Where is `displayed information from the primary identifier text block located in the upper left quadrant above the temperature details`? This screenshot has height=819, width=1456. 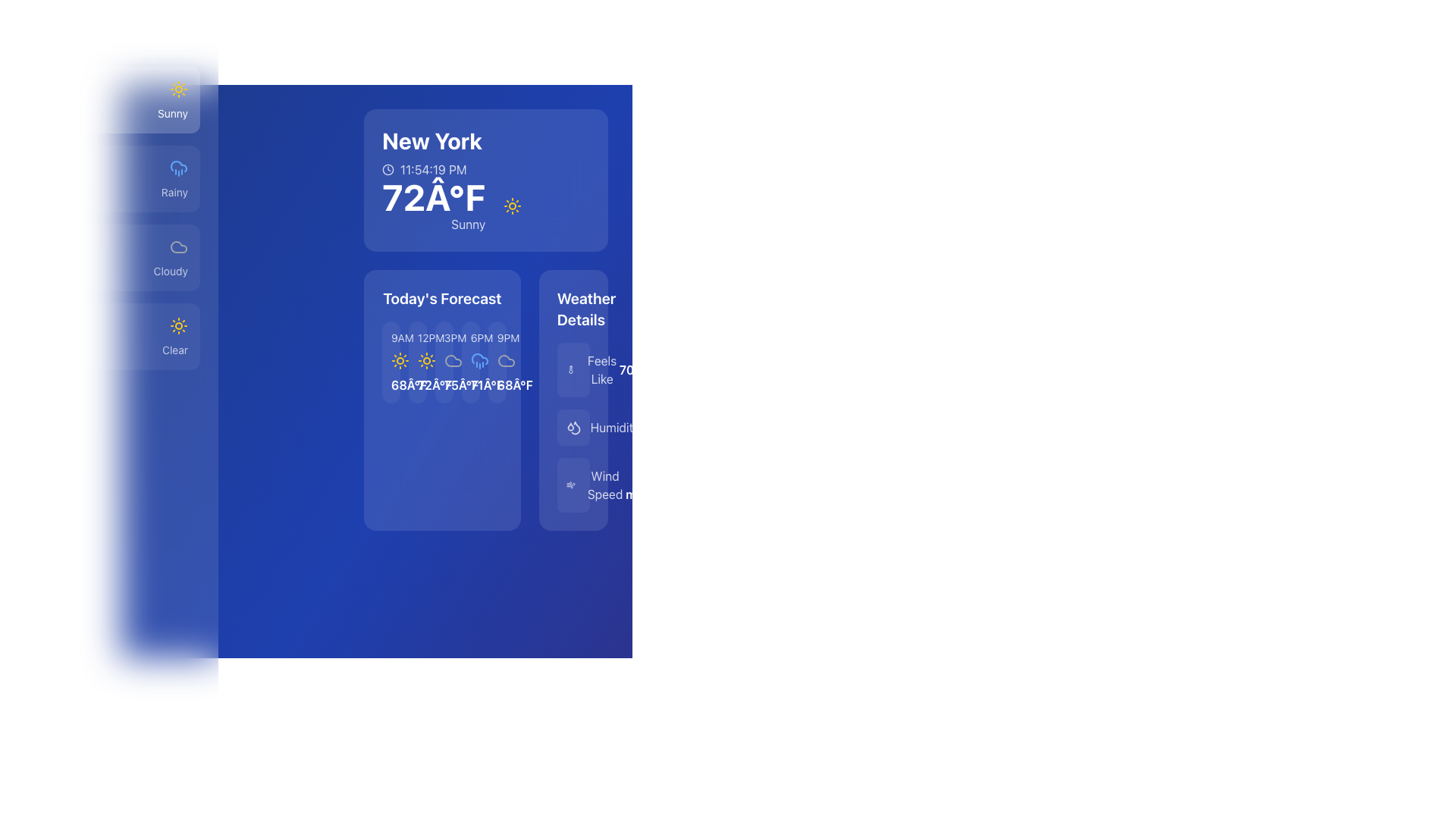
displayed information from the primary identifier text block located in the upper left quadrant above the temperature details is located at coordinates (431, 152).